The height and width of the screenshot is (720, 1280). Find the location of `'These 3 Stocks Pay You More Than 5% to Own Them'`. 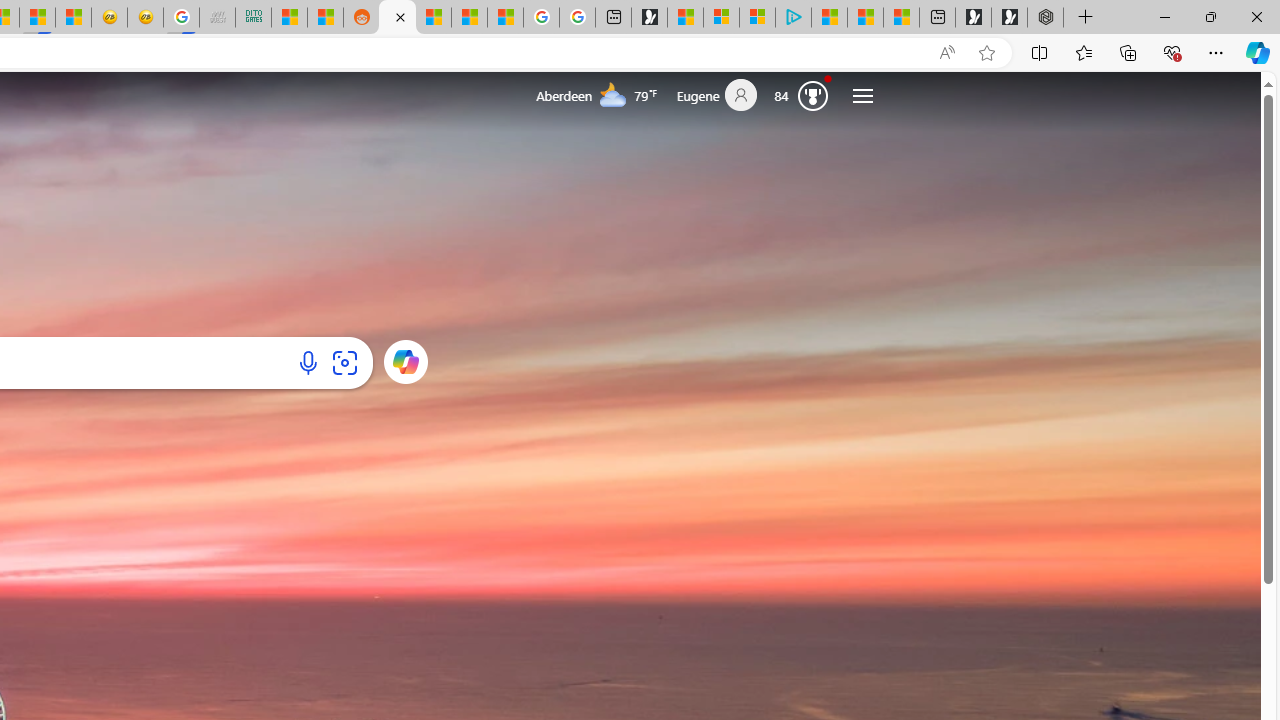

'These 3 Stocks Pay You More Than 5% to Own Them' is located at coordinates (900, 17).